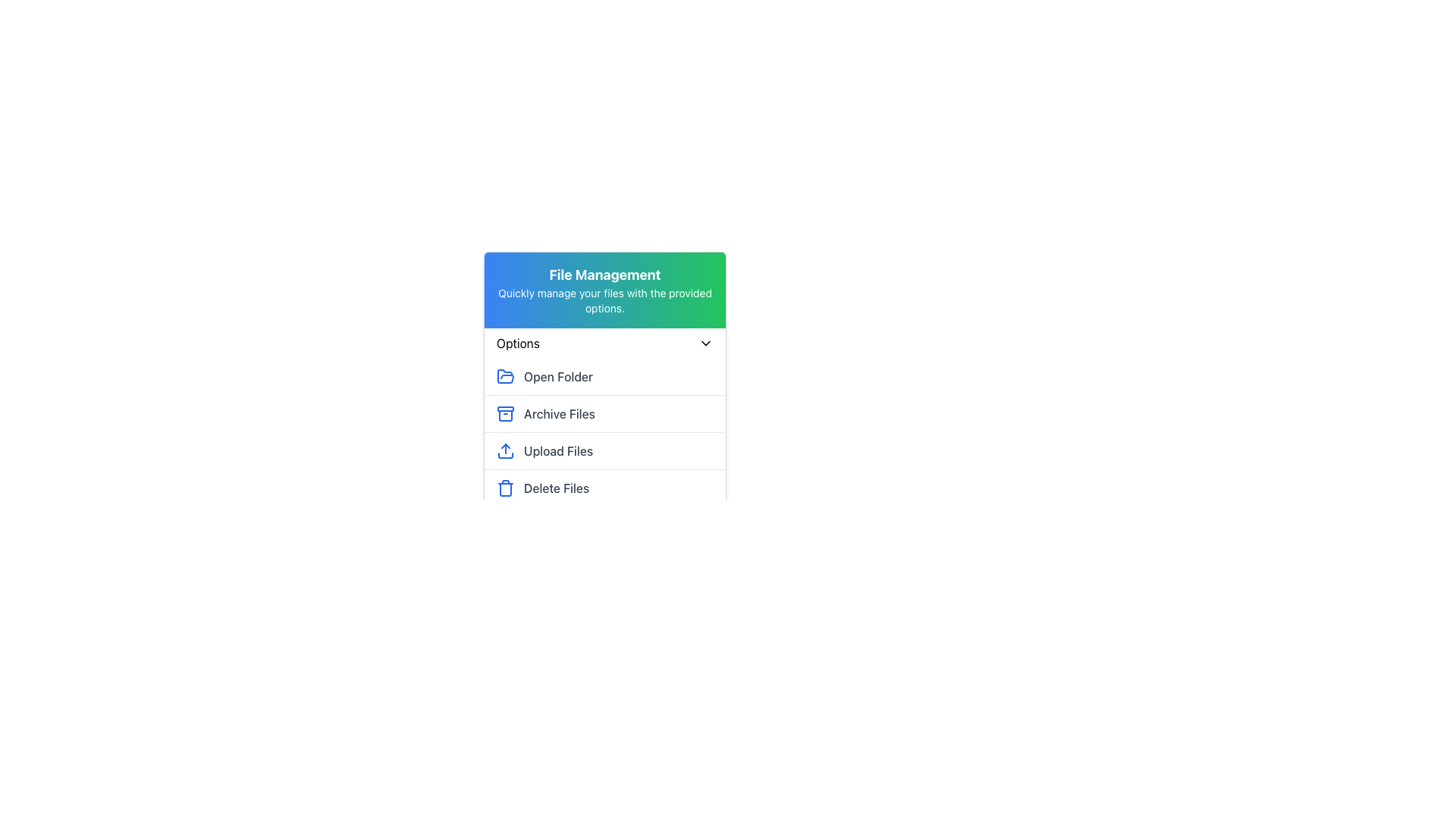 The width and height of the screenshot is (1456, 819). Describe the element at coordinates (506, 415) in the screenshot. I see `the second option in the 'Archive Files' menu icon, which represents the box element of the archive icon` at that location.